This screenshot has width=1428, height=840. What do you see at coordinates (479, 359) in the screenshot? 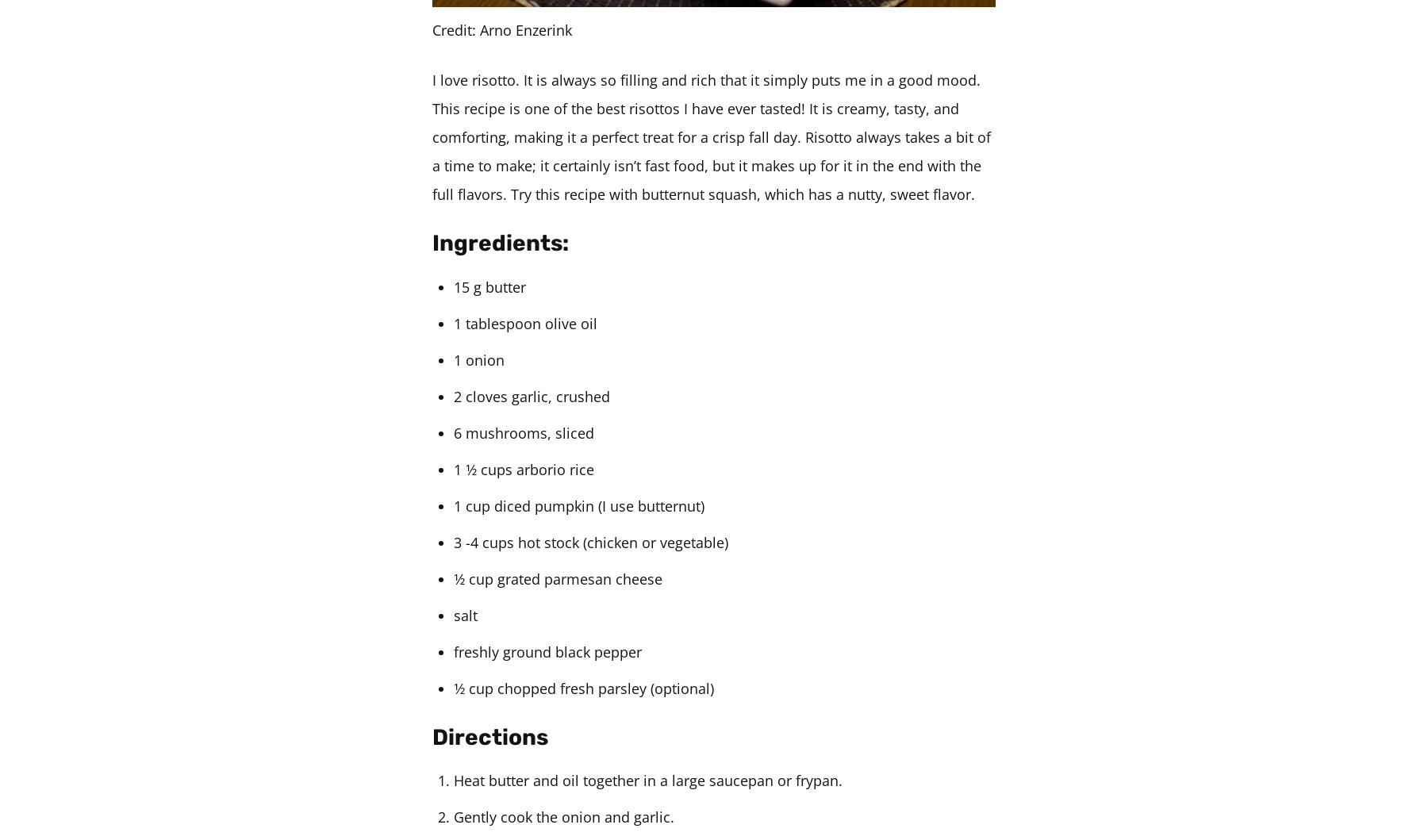
I see `'1 onion'` at bounding box center [479, 359].